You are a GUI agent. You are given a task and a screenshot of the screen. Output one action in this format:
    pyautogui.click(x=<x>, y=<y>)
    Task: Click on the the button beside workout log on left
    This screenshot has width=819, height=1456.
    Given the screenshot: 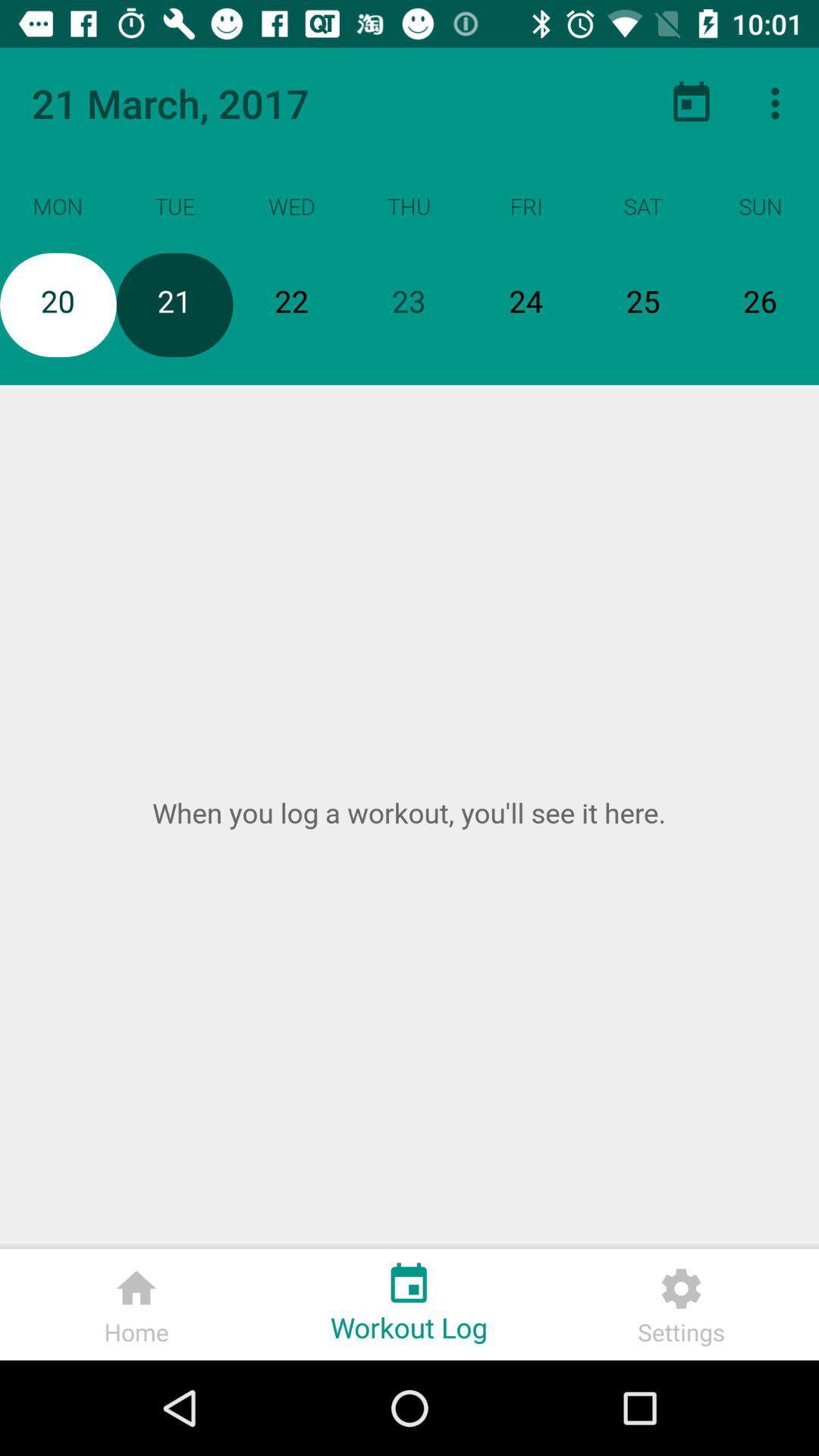 What is the action you would take?
    pyautogui.click(x=136, y=1304)
    